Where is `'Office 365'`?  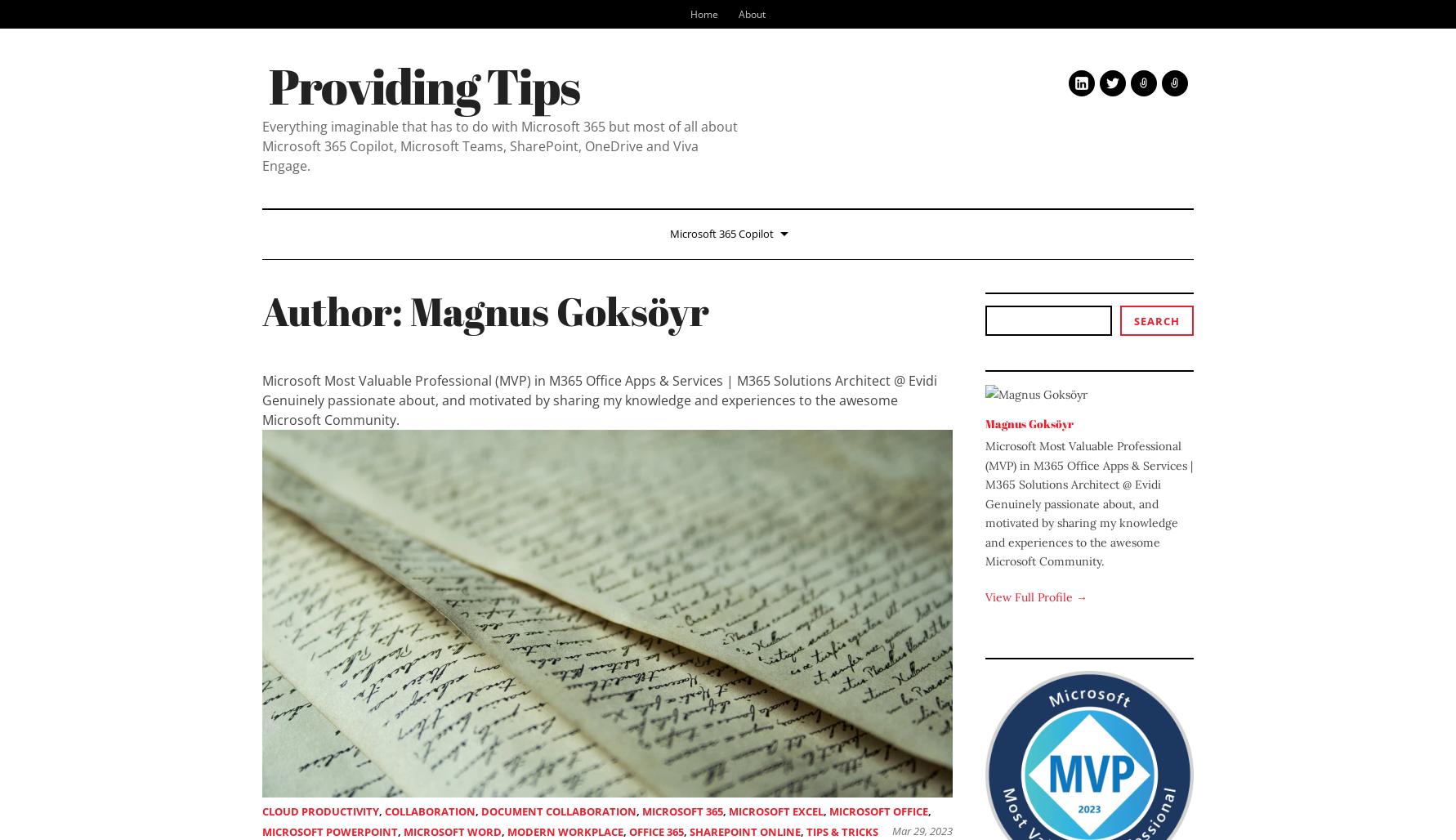
'Office 365' is located at coordinates (655, 831).